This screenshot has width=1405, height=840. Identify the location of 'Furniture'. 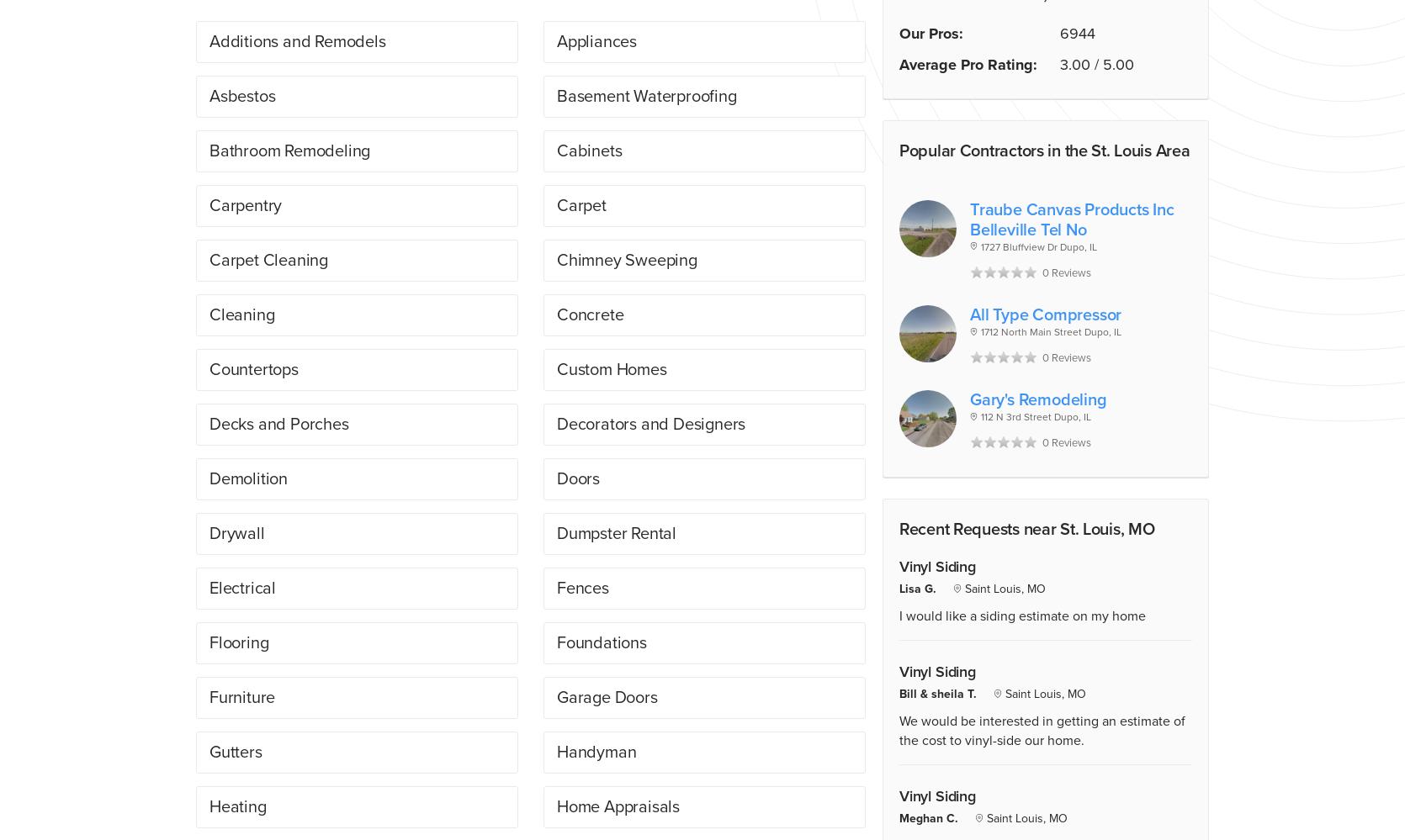
(241, 696).